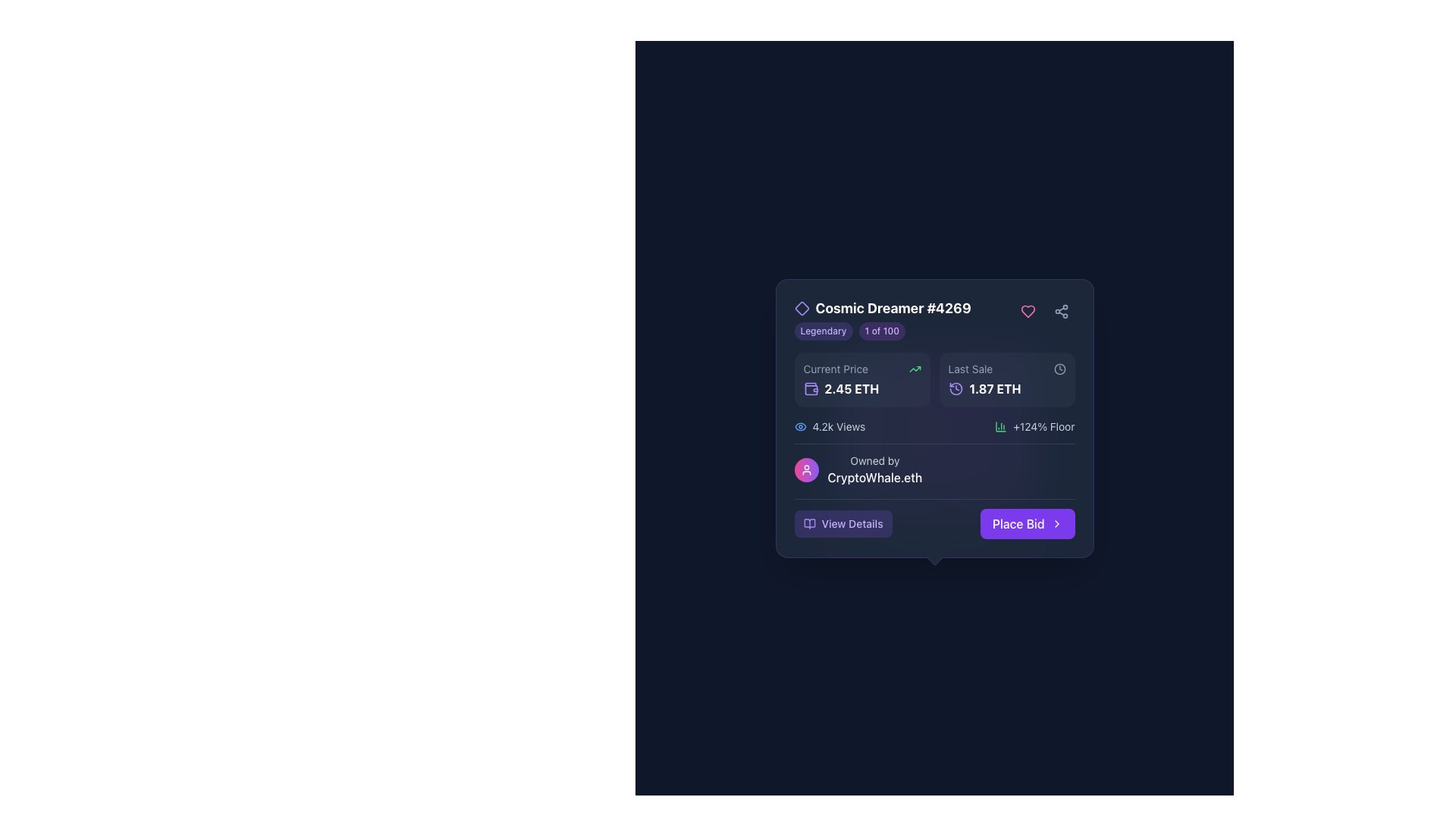 The image size is (1456, 819). I want to click on the owner information associated with the text label 'CryptoWhale.eth' displayed in white bold font, located, so click(874, 476).